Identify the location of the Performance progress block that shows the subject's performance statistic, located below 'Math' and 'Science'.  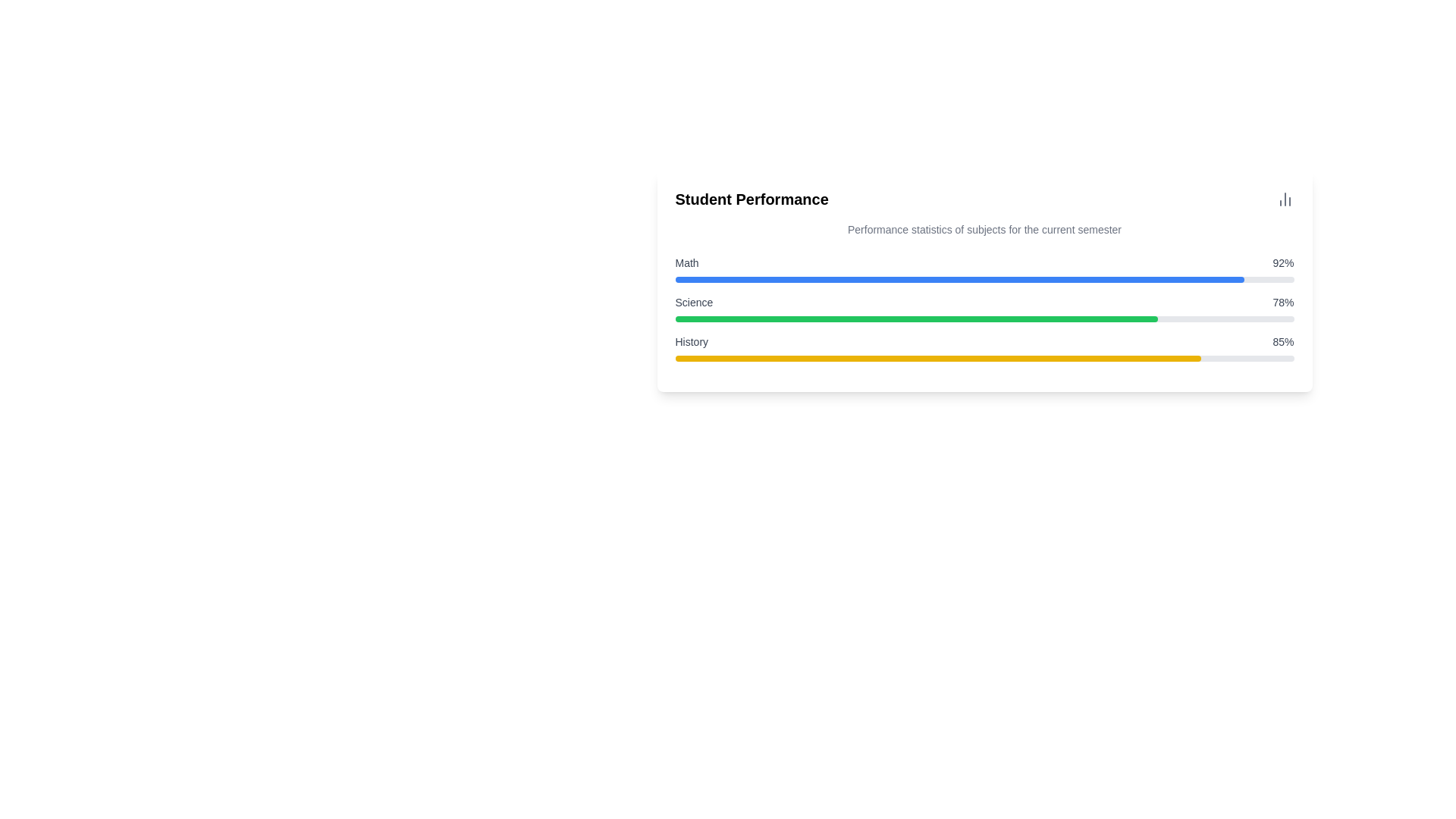
(984, 348).